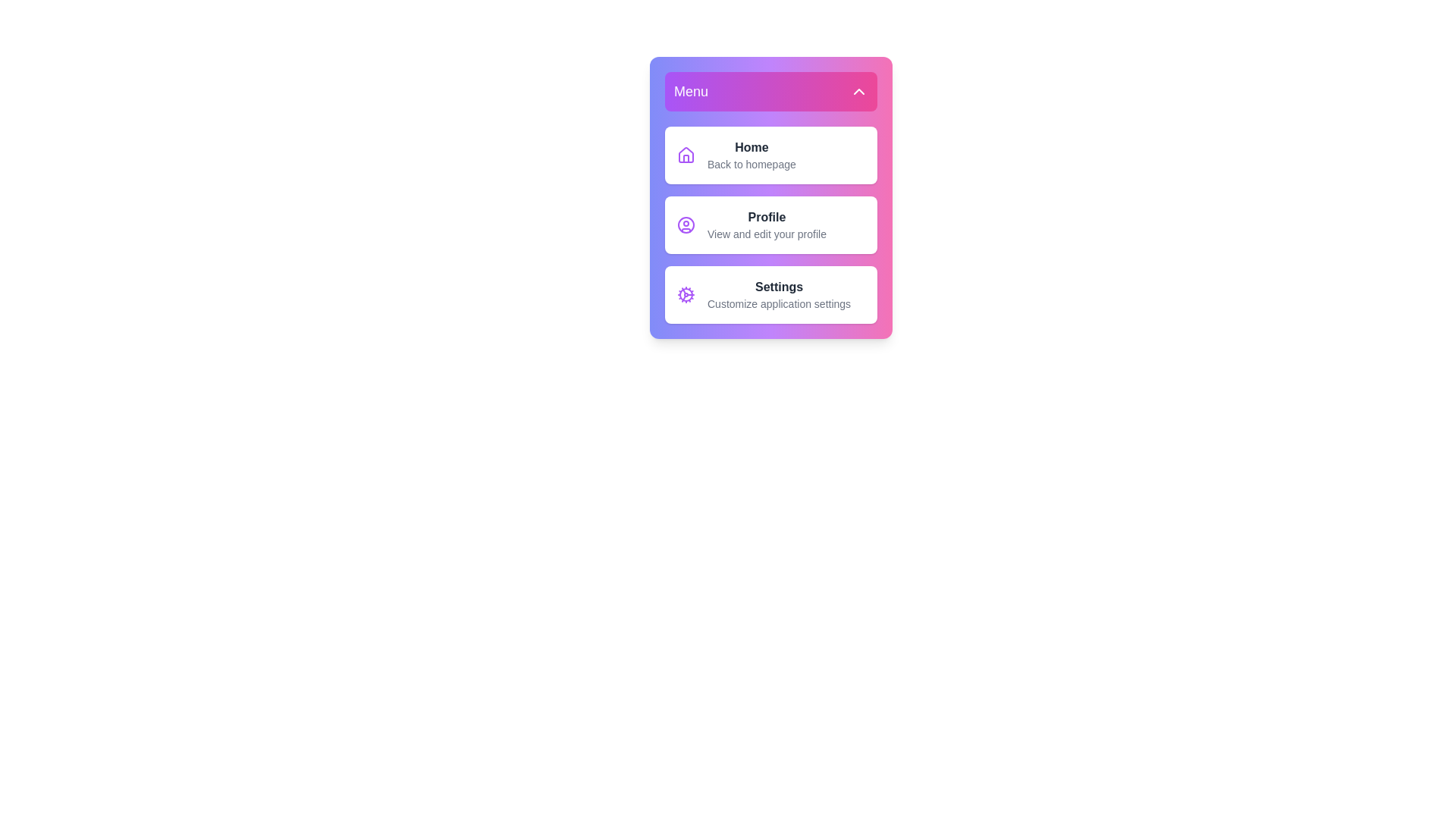 This screenshot has height=819, width=1456. What do you see at coordinates (771, 295) in the screenshot?
I see `the Settings menu item to select it` at bounding box center [771, 295].